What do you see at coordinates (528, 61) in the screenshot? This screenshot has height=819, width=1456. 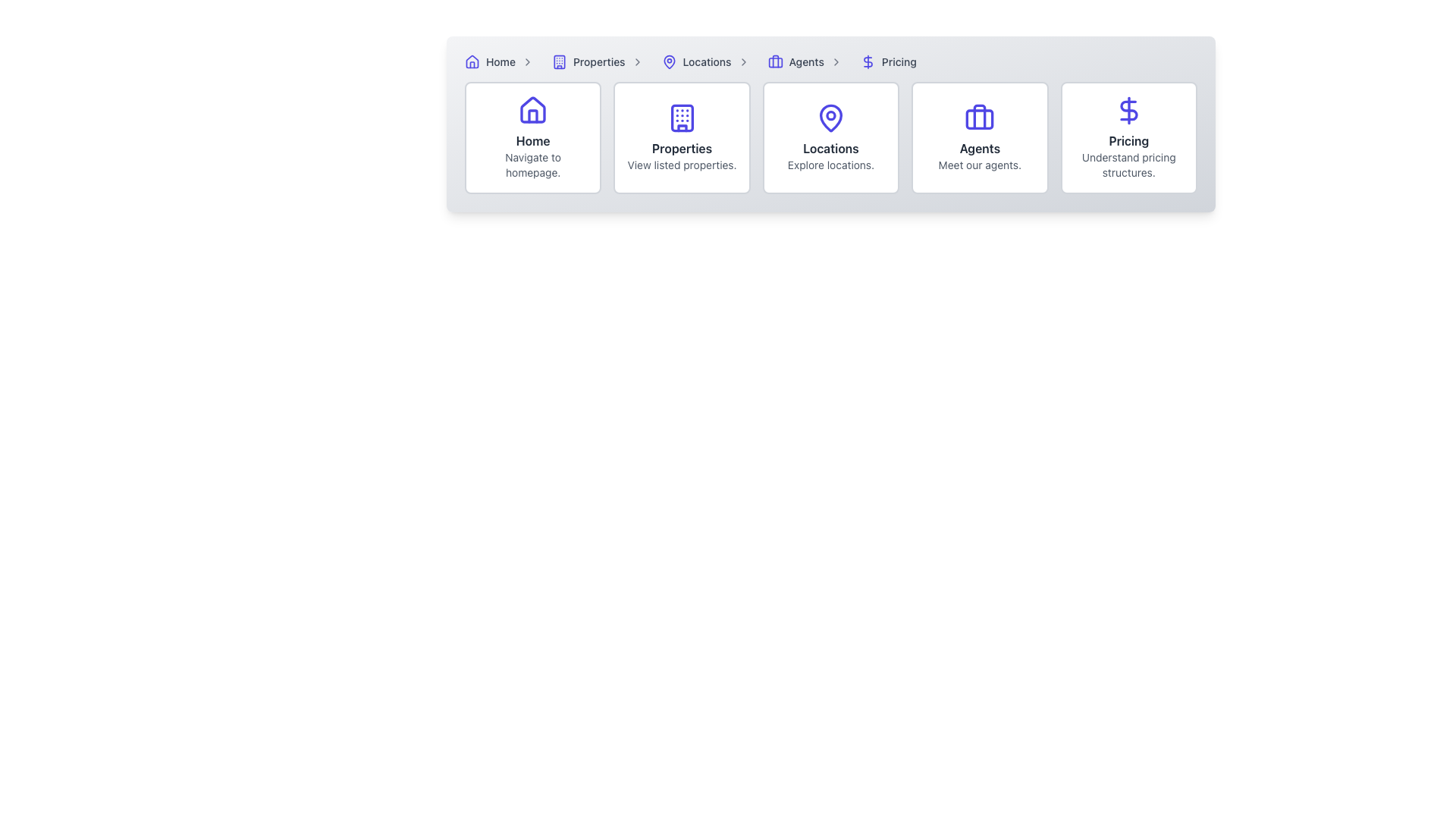 I see `the rightward-pointing chevron icon, which is styled with a thin, rounded line design and serves as a separator in the breadcrumb navigation, located immediately to the right of the 'Home' text link` at bounding box center [528, 61].